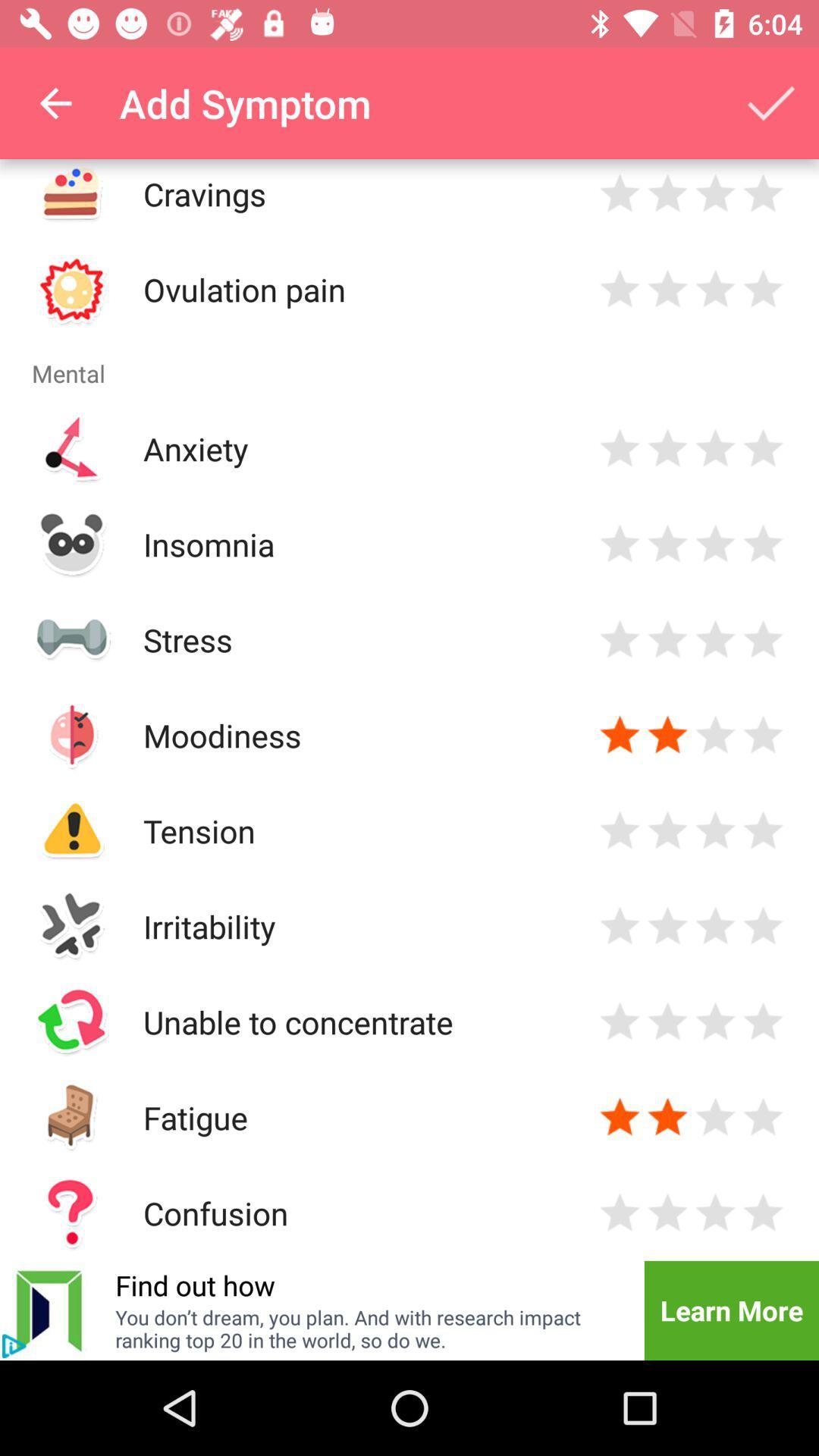 Image resolution: width=819 pixels, height=1456 pixels. Describe the element at coordinates (763, 639) in the screenshot. I see `rate item 4 stars` at that location.